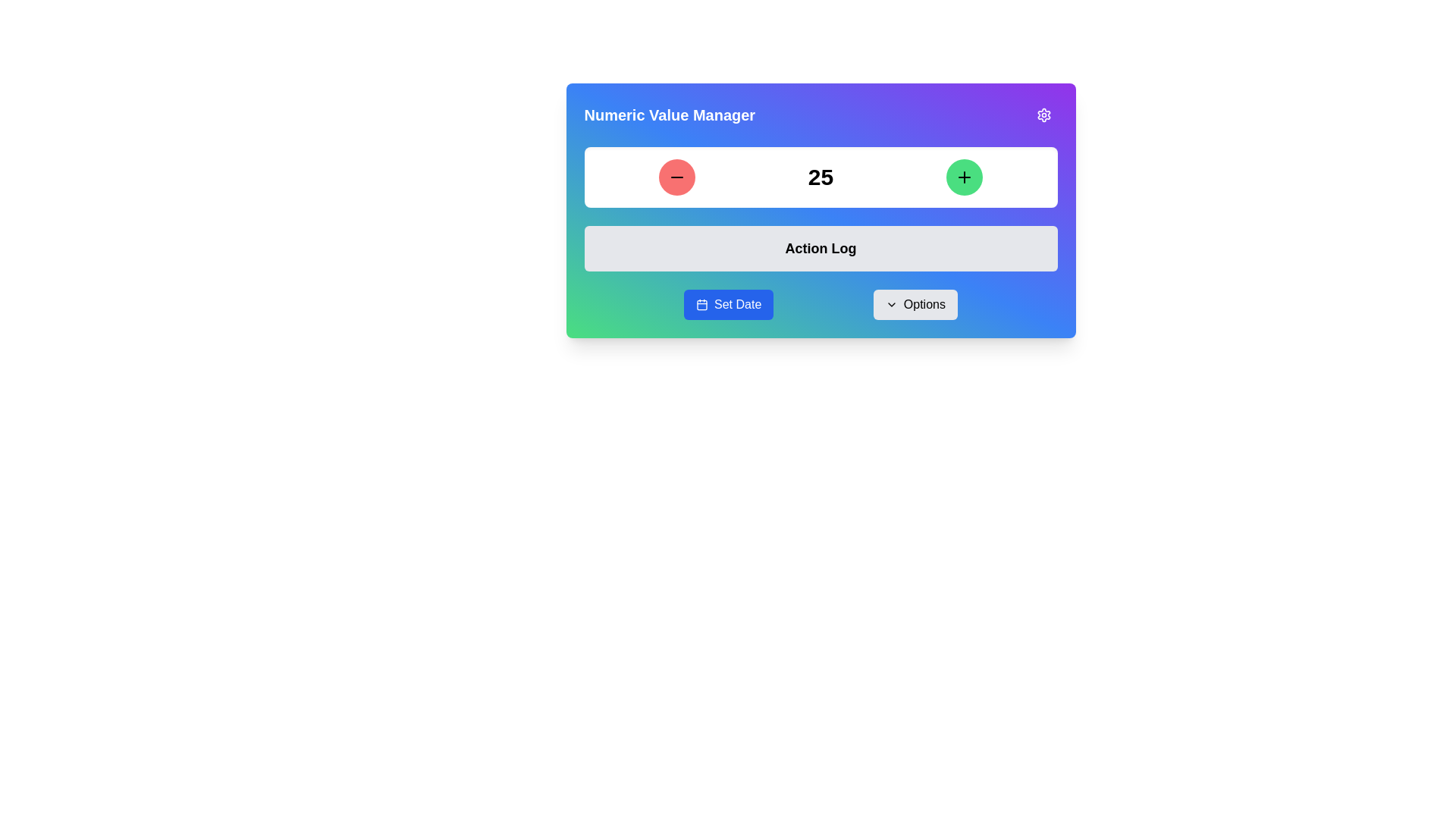  I want to click on the icon that indicates clicking the 'Options' button will reveal additional choices, located directly to the left of the text 'Options' and centered vertically within the button, so click(891, 304).